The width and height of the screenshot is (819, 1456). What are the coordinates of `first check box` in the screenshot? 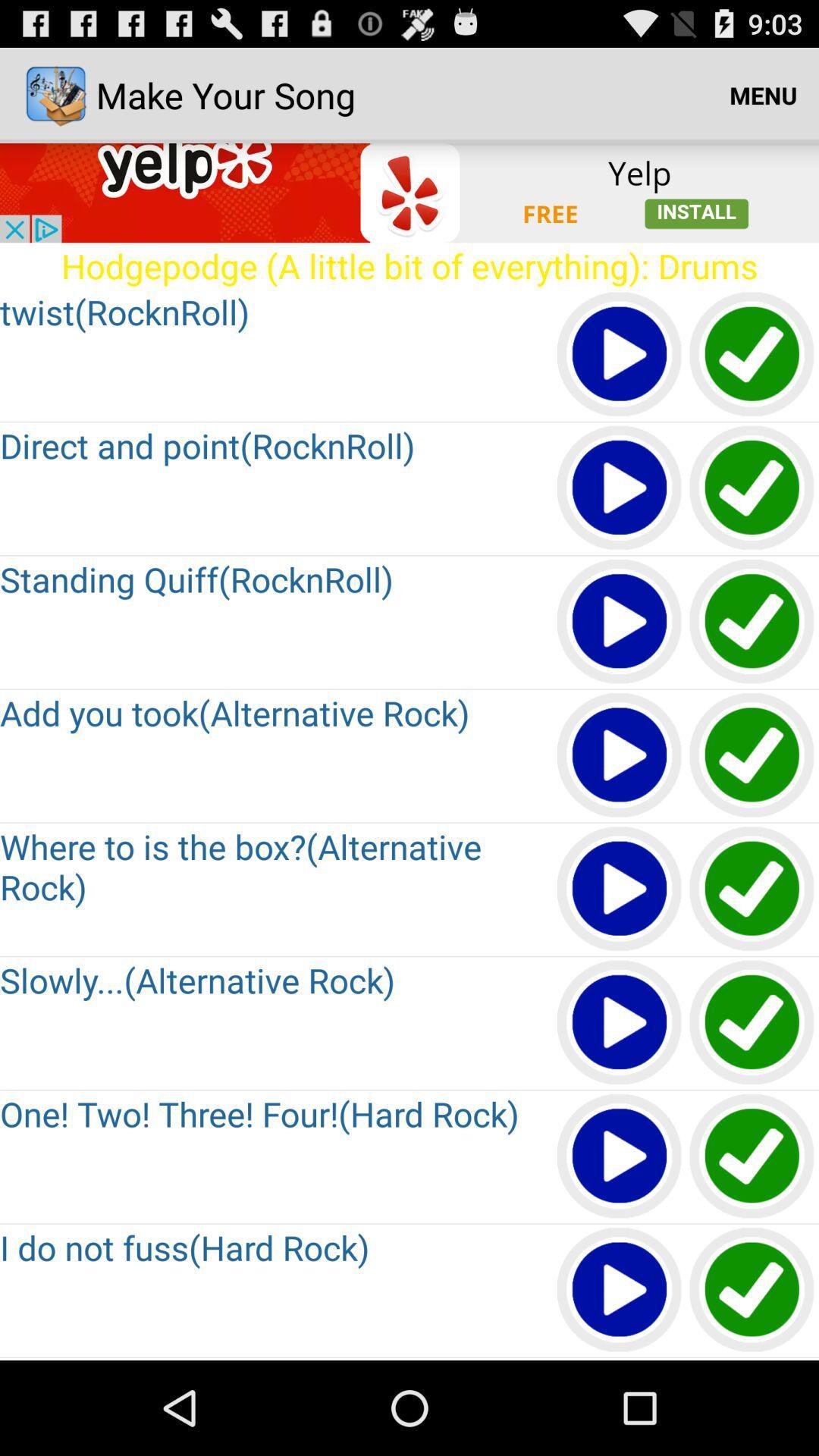 It's located at (752, 354).